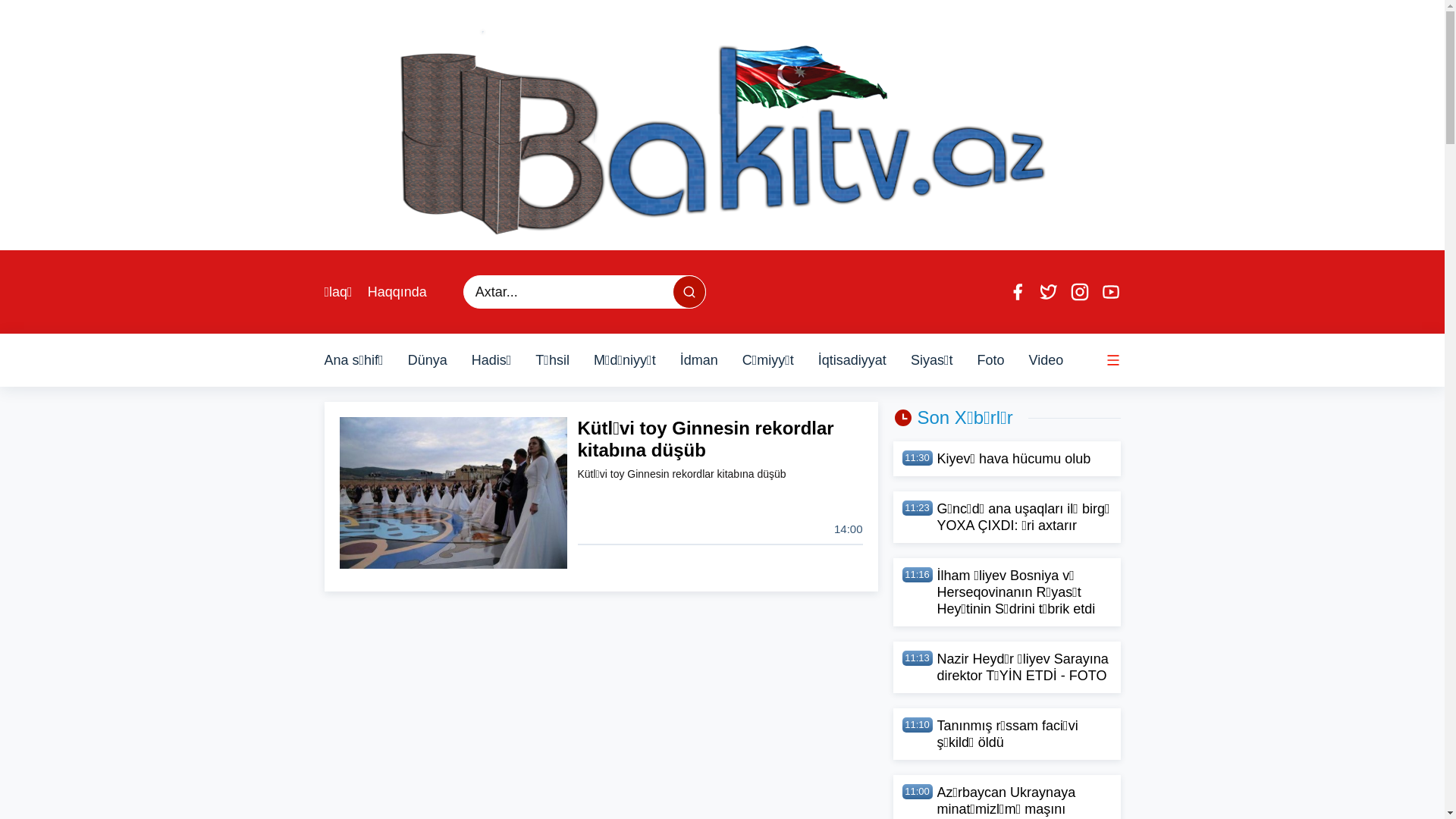  Describe the element at coordinates (1078, 292) in the screenshot. I see `'Instagram'` at that location.